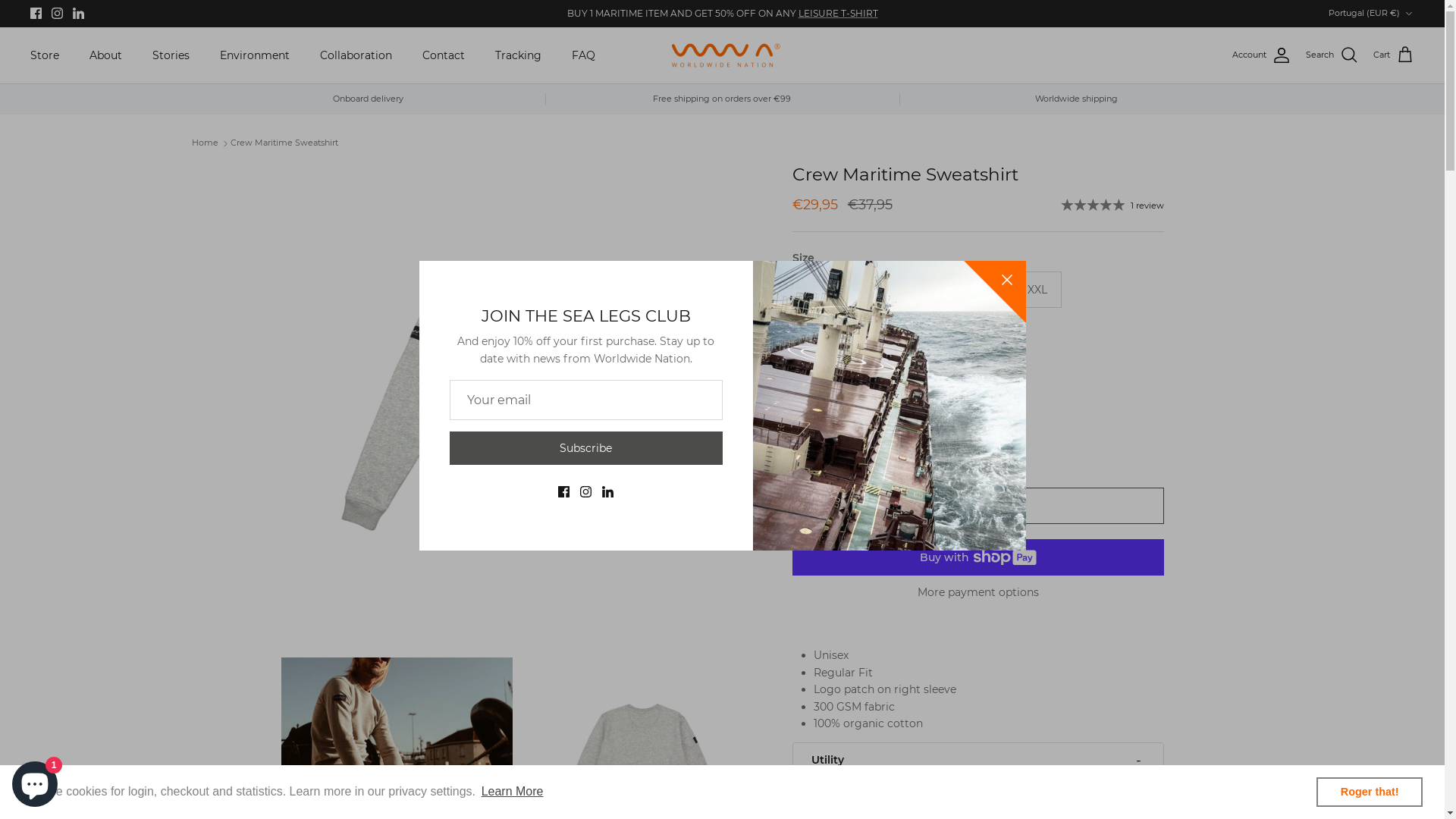 Image resolution: width=1456 pixels, height=819 pixels. I want to click on 'Search', so click(1331, 55).